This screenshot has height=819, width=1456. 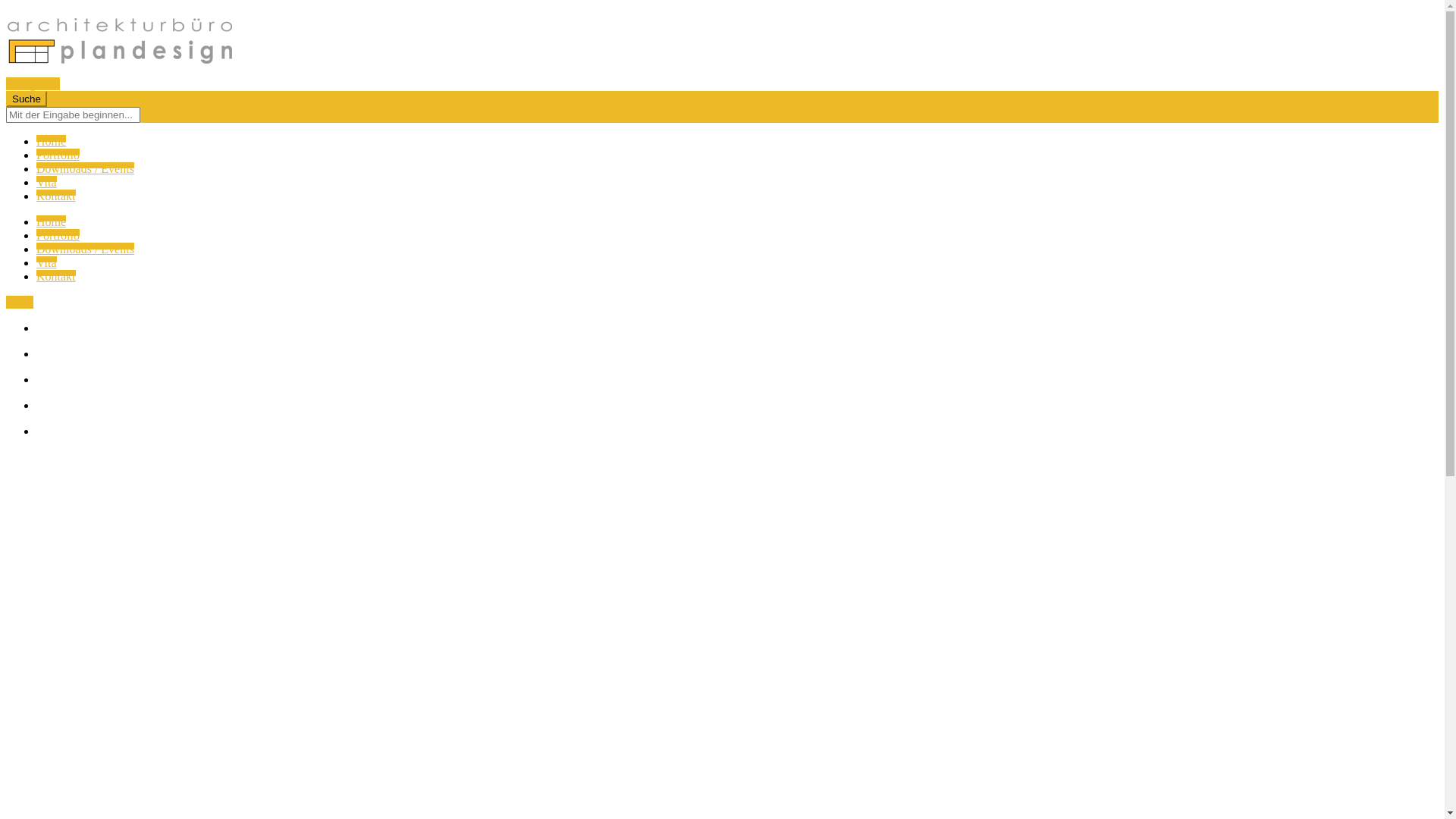 What do you see at coordinates (36, 195) in the screenshot?
I see `'Kontakt'` at bounding box center [36, 195].